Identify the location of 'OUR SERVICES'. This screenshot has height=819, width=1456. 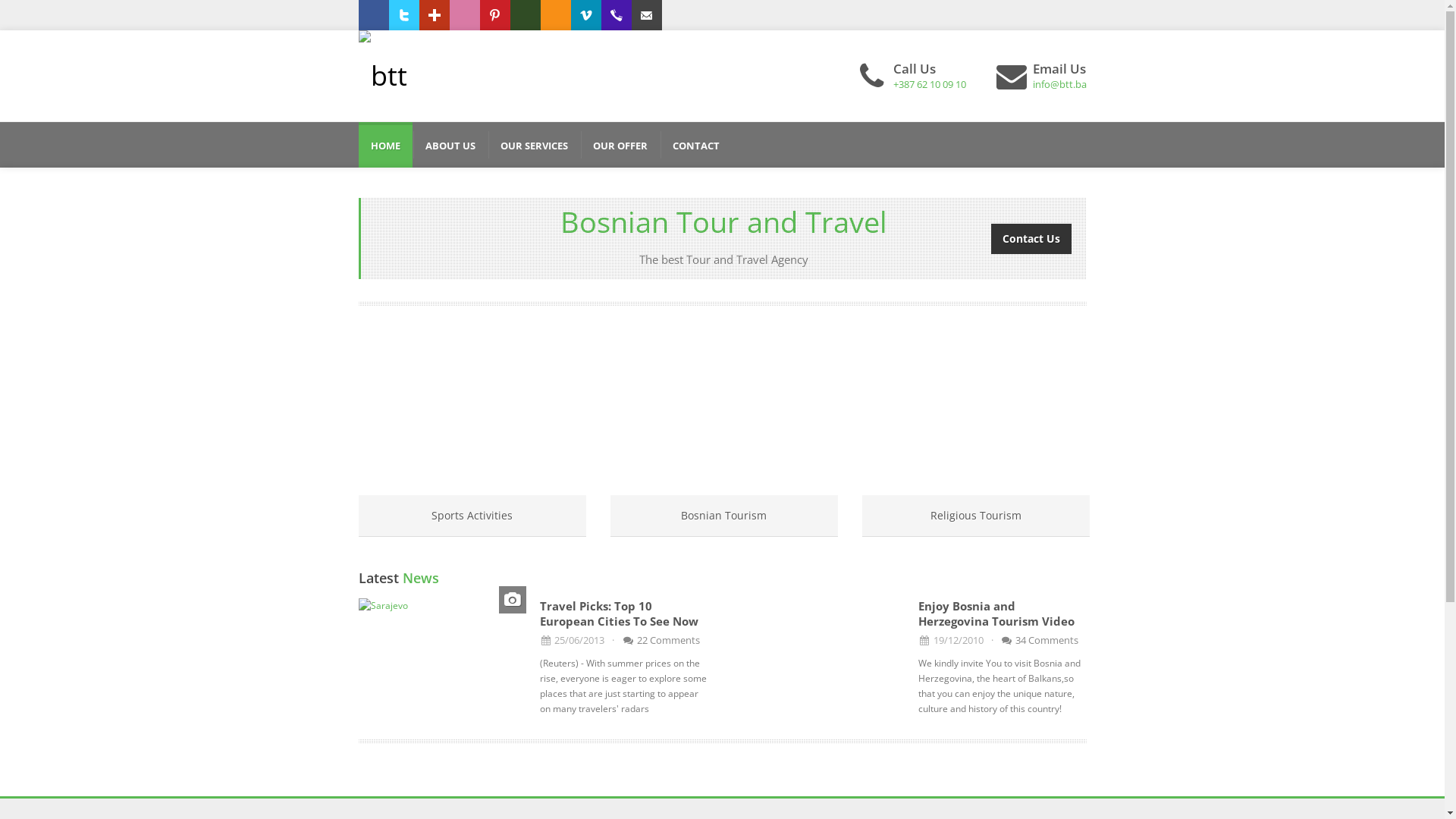
(534, 145).